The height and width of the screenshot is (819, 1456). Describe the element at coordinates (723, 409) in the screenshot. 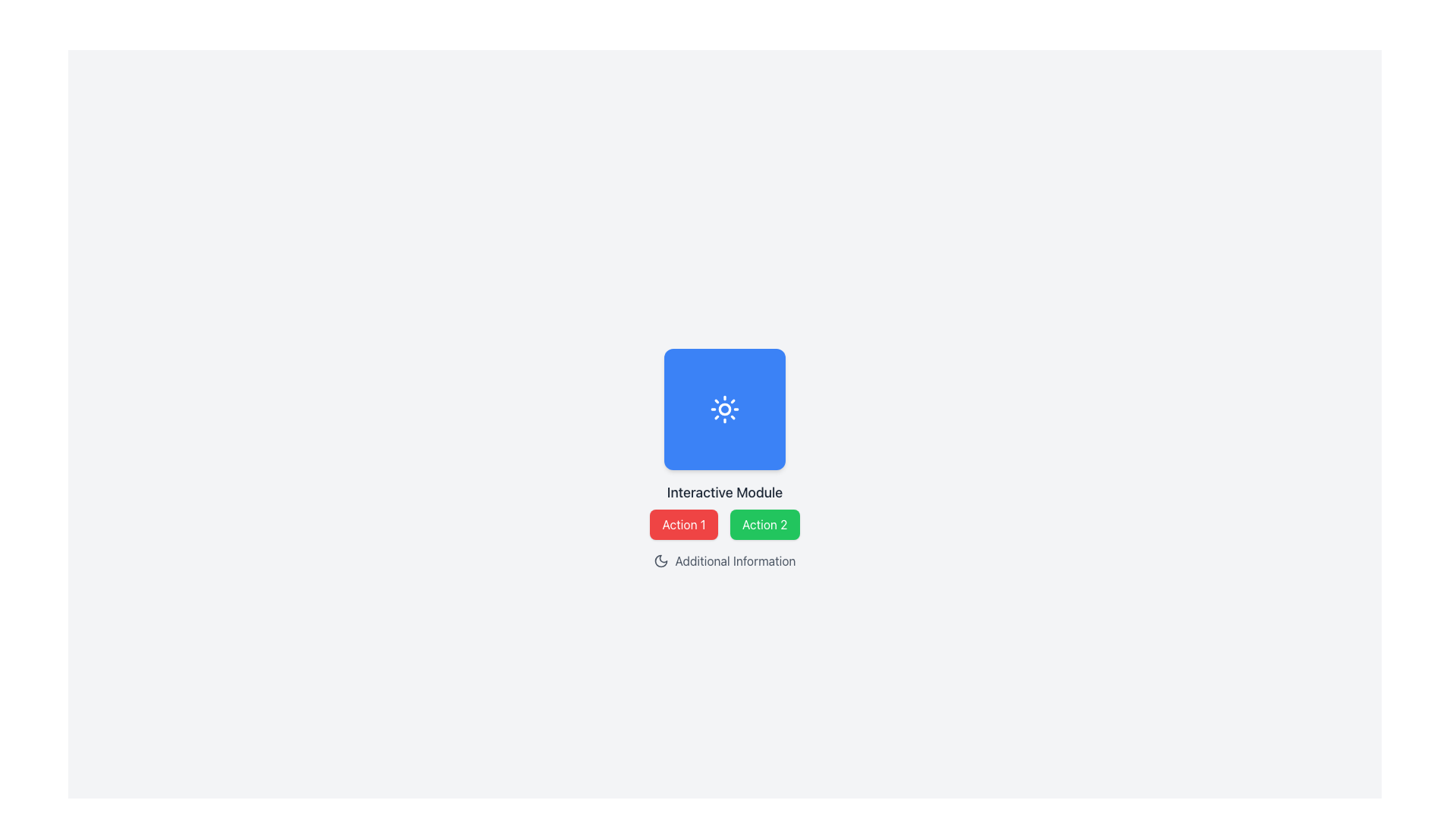

I see `the sun icon, which is a circular icon with eight symmetric lines in white on a blue background` at that location.